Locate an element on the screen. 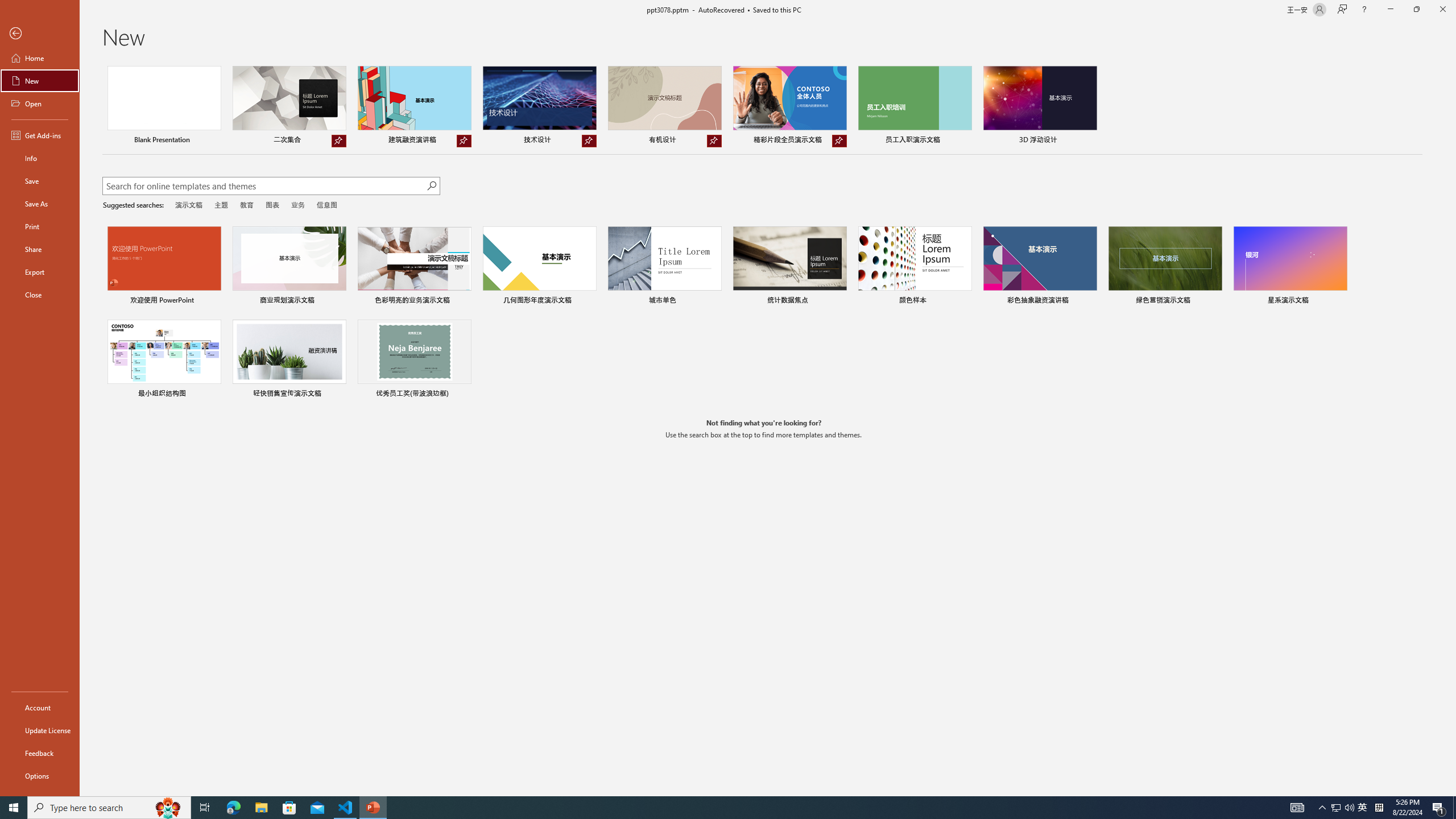  'Blank Presentation' is located at coordinates (164, 106).